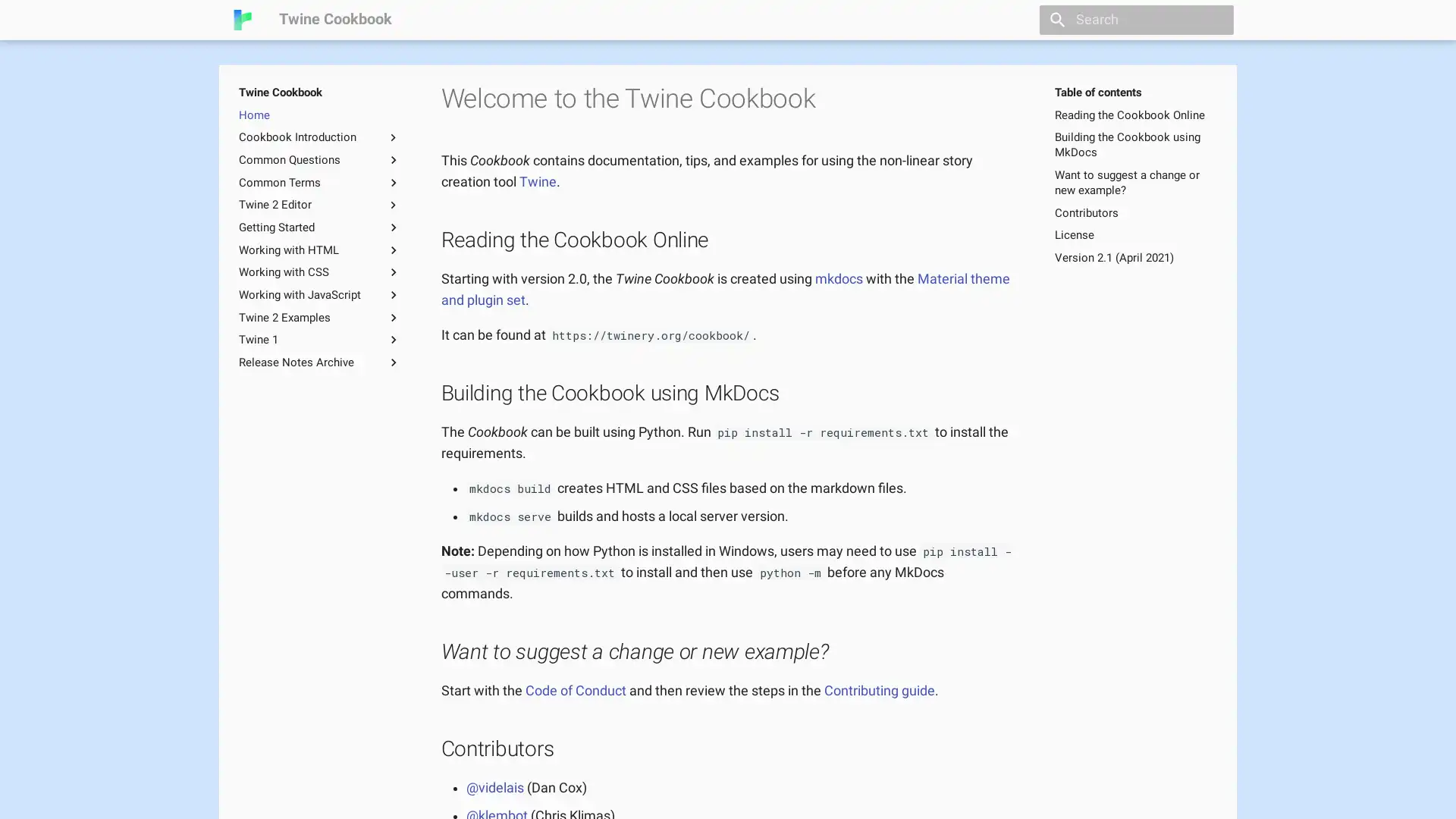 Image resolution: width=1456 pixels, height=819 pixels. I want to click on Clear, so click(1215, 20).